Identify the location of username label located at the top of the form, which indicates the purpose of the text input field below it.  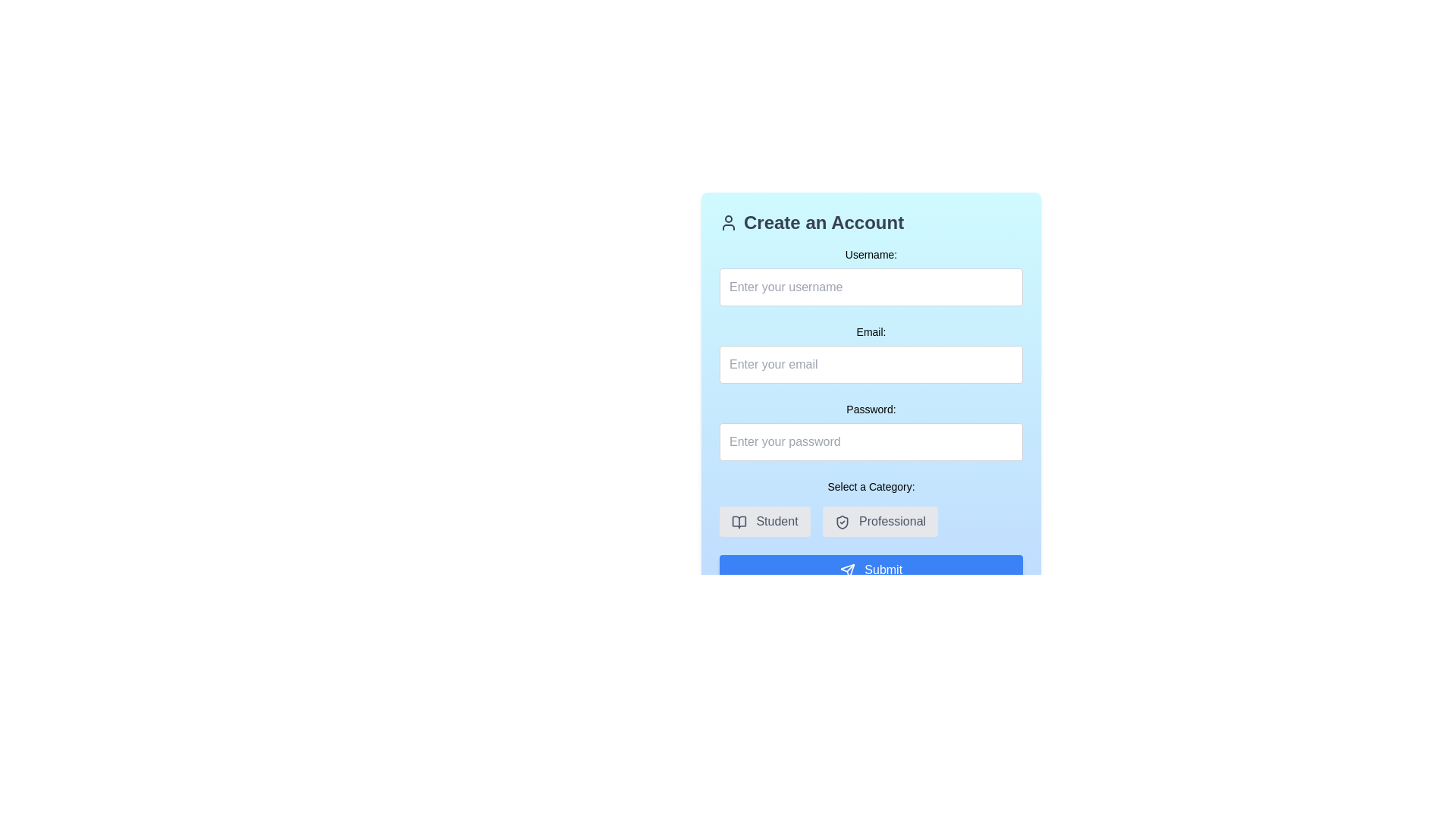
(871, 253).